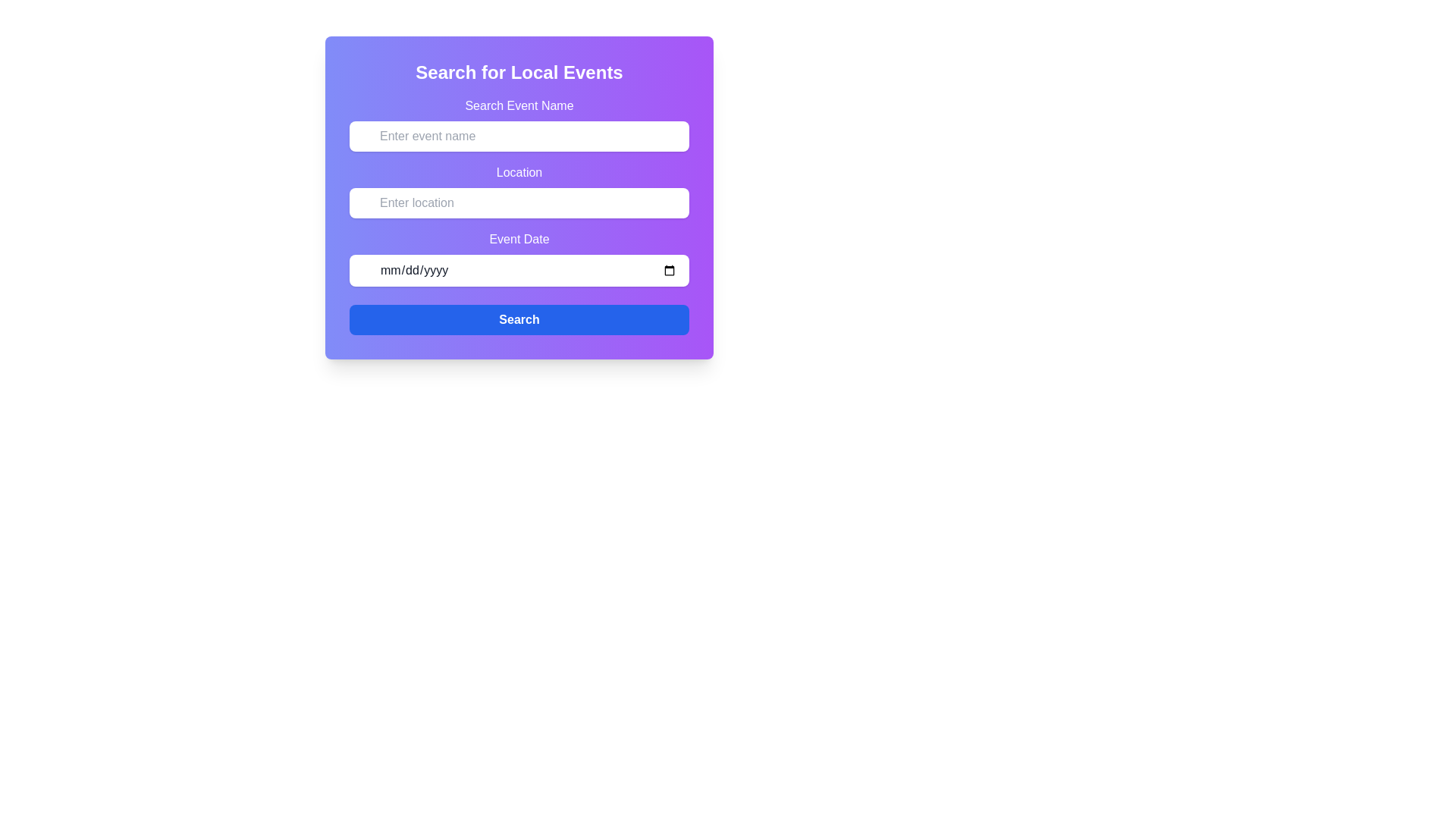  What do you see at coordinates (519, 124) in the screenshot?
I see `the instructional label for the event name input field in the 'Search for Local Events' form` at bounding box center [519, 124].